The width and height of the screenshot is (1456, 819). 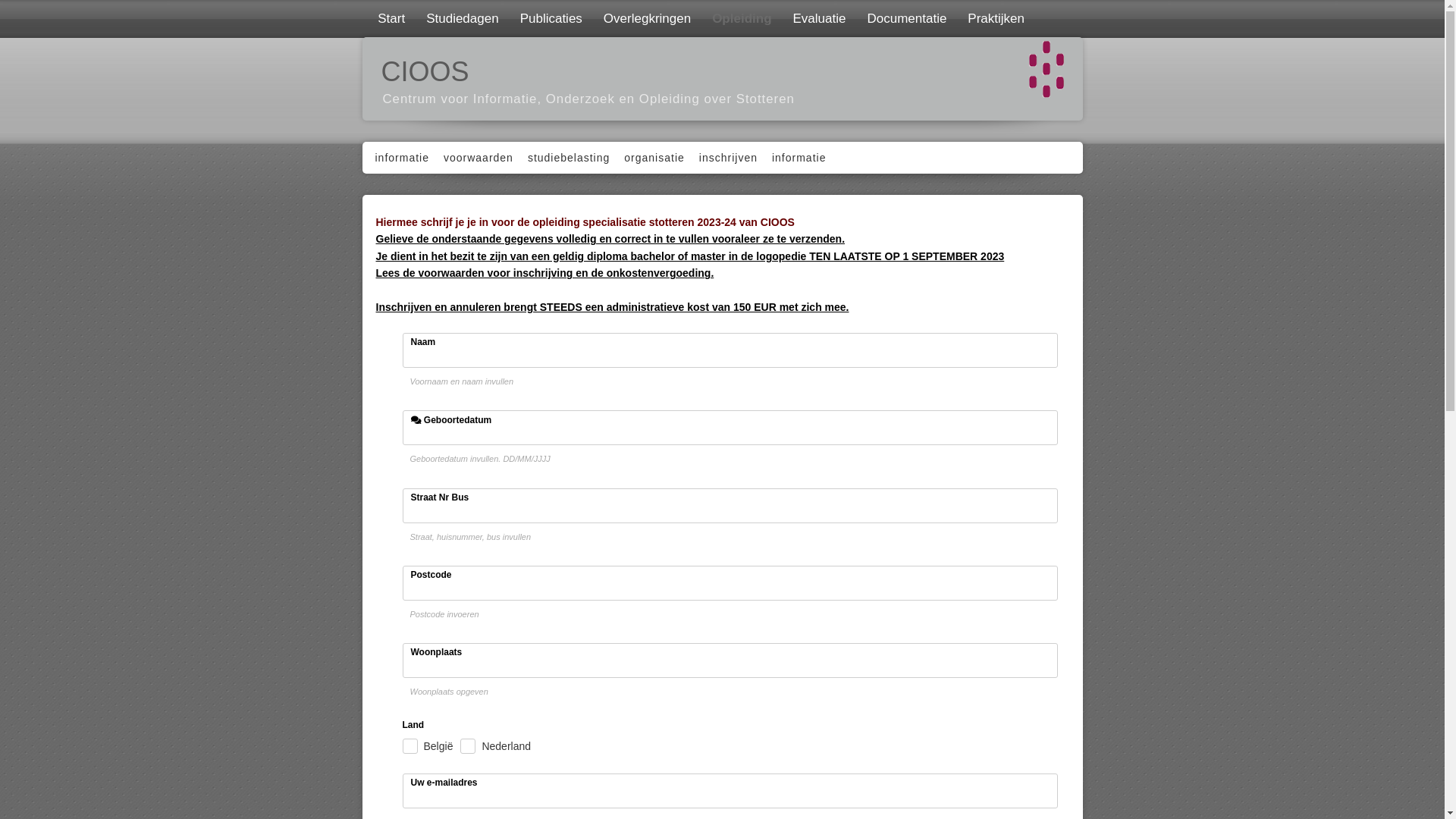 I want to click on 'Start', so click(x=389, y=18).